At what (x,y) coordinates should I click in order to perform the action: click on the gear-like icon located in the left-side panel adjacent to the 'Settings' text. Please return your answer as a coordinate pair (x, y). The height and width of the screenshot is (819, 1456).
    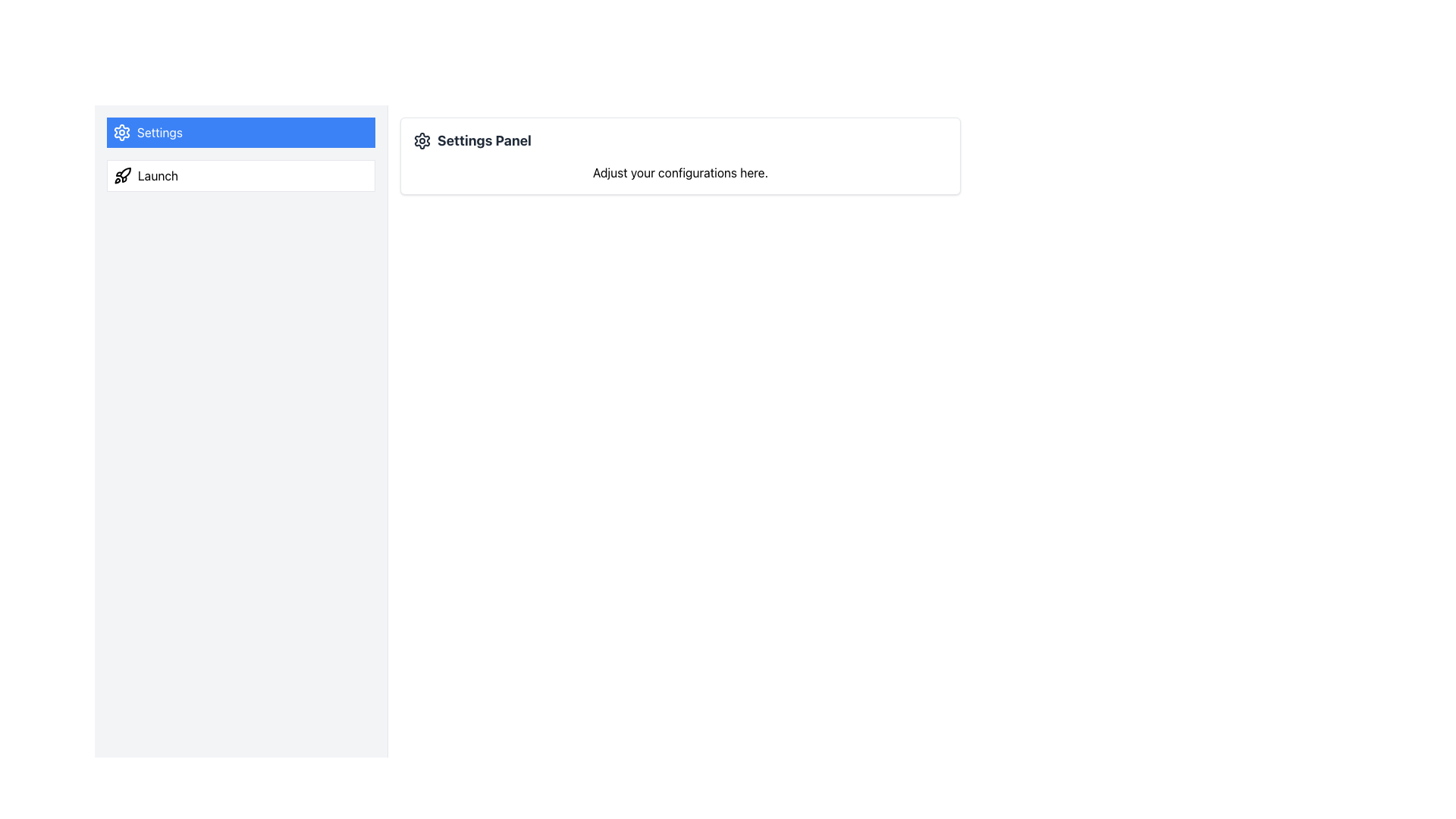
    Looking at the image, I should click on (422, 140).